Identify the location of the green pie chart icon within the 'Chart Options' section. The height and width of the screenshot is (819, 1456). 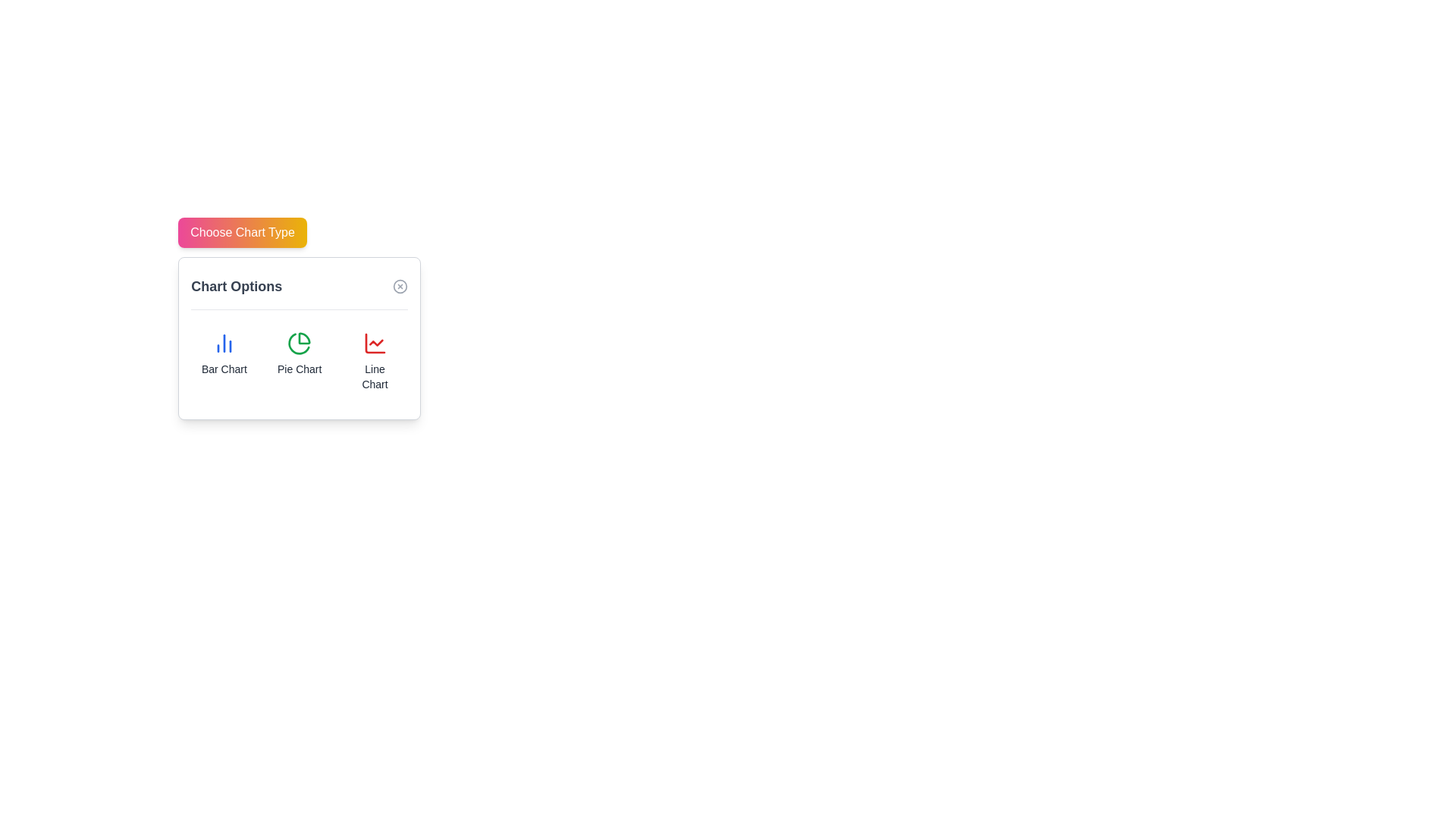
(300, 343).